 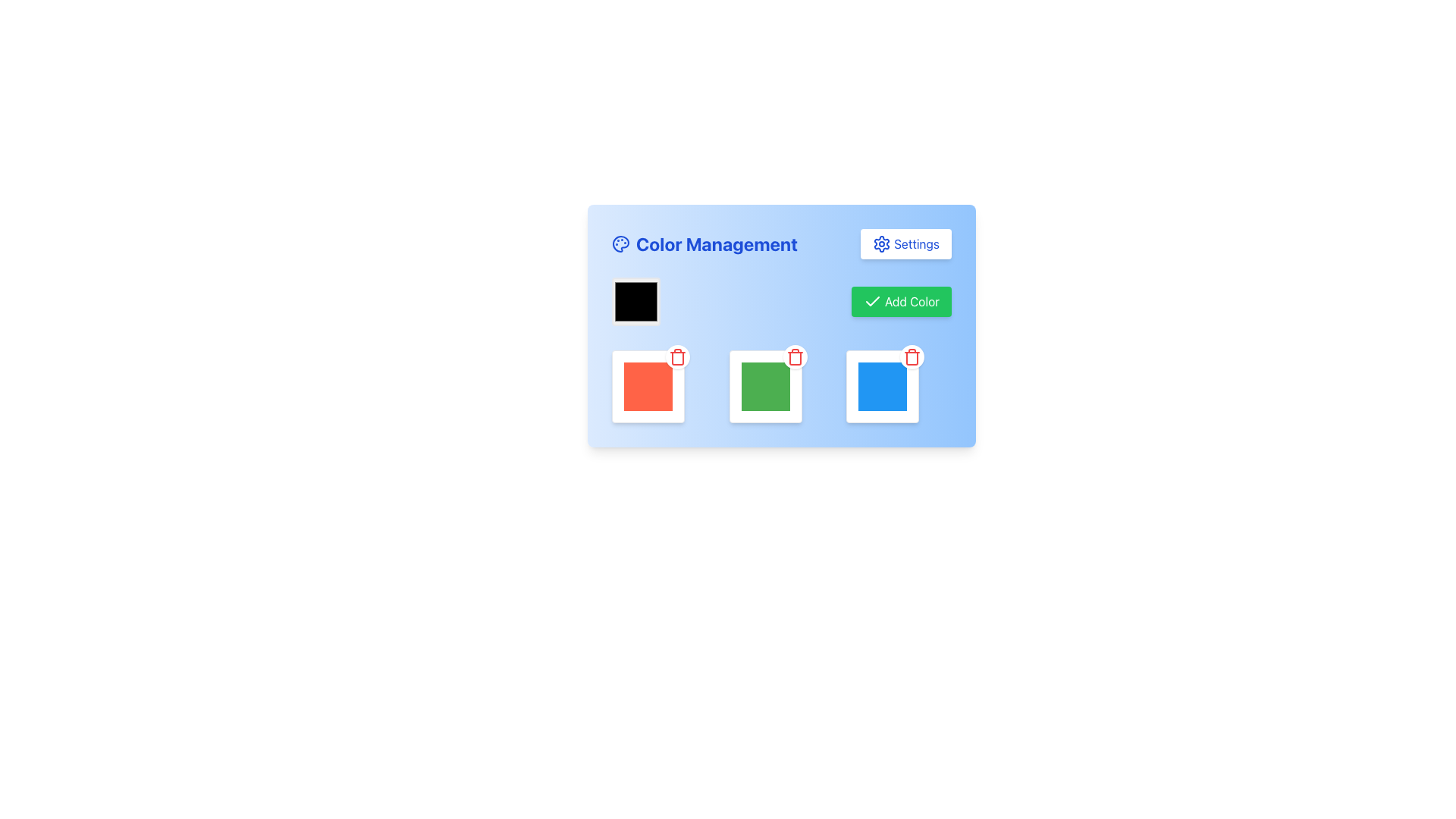 What do you see at coordinates (906, 243) in the screenshot?
I see `the 'Settings' button with a gear icon, located in the top-right corner of the 'Color Management' section` at bounding box center [906, 243].